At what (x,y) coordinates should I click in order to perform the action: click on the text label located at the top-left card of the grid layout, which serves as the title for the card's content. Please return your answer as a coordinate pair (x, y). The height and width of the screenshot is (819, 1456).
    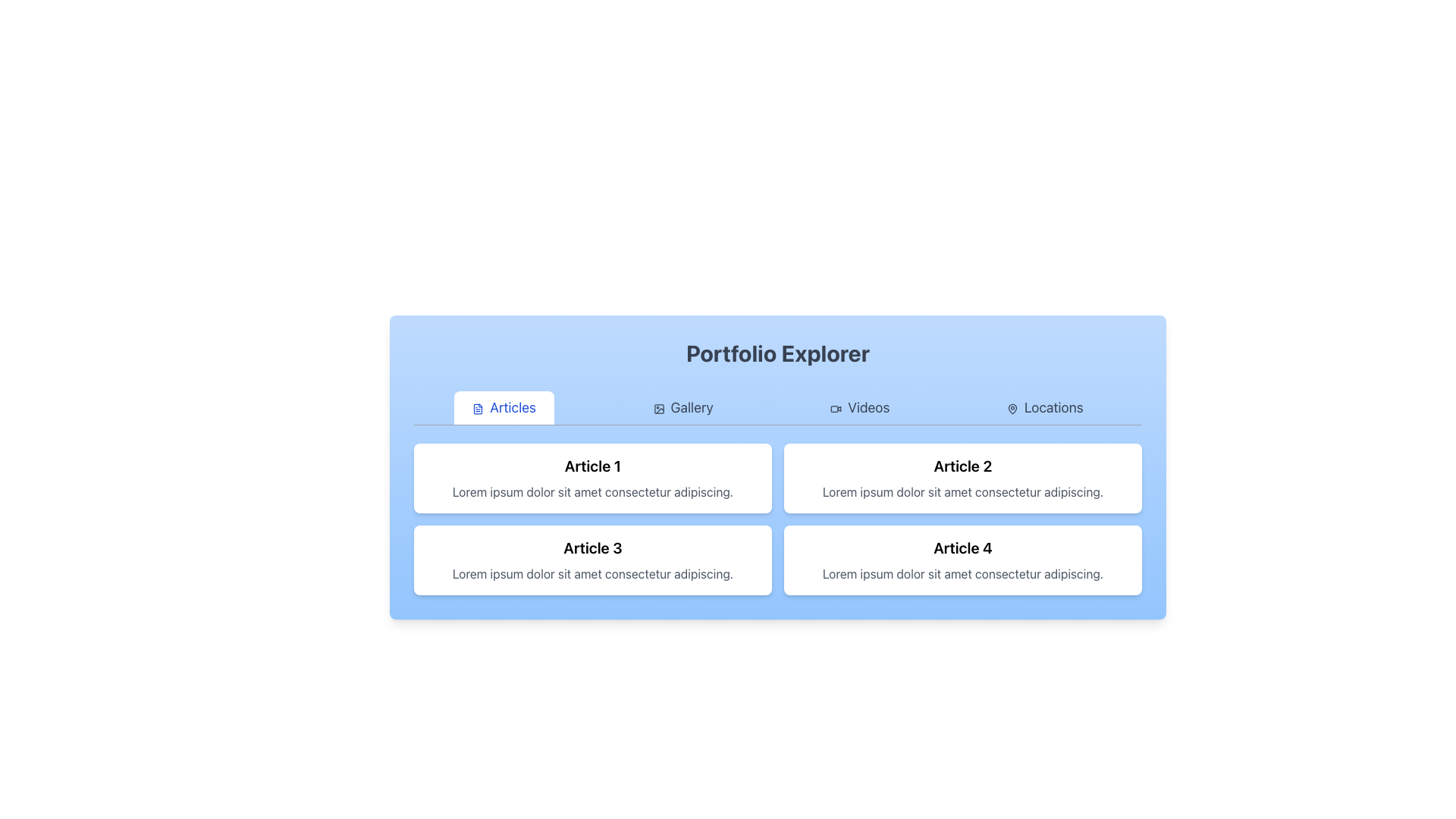
    Looking at the image, I should click on (592, 465).